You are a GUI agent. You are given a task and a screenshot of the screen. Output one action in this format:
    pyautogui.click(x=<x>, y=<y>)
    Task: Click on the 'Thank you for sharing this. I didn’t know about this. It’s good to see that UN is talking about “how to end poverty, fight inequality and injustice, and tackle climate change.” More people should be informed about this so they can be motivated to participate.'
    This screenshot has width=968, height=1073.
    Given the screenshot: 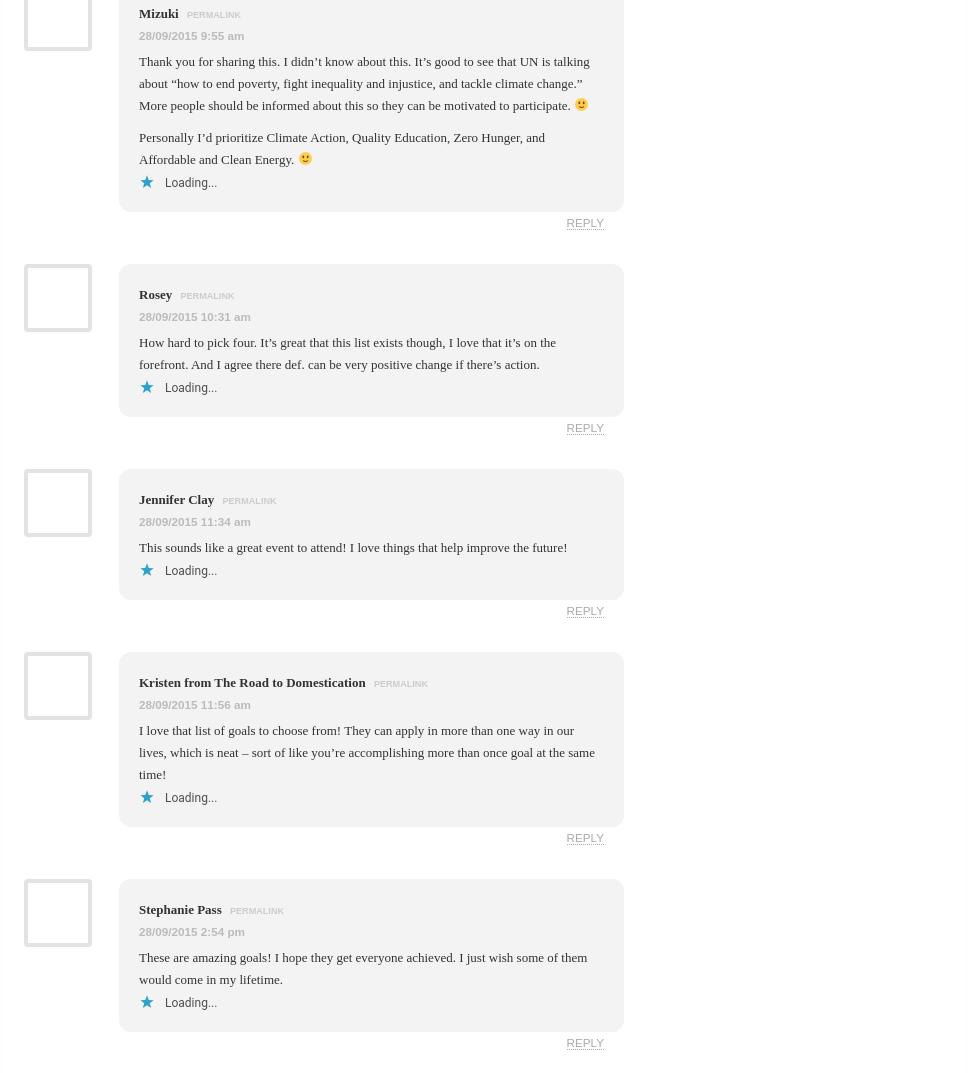 What is the action you would take?
    pyautogui.click(x=363, y=82)
    